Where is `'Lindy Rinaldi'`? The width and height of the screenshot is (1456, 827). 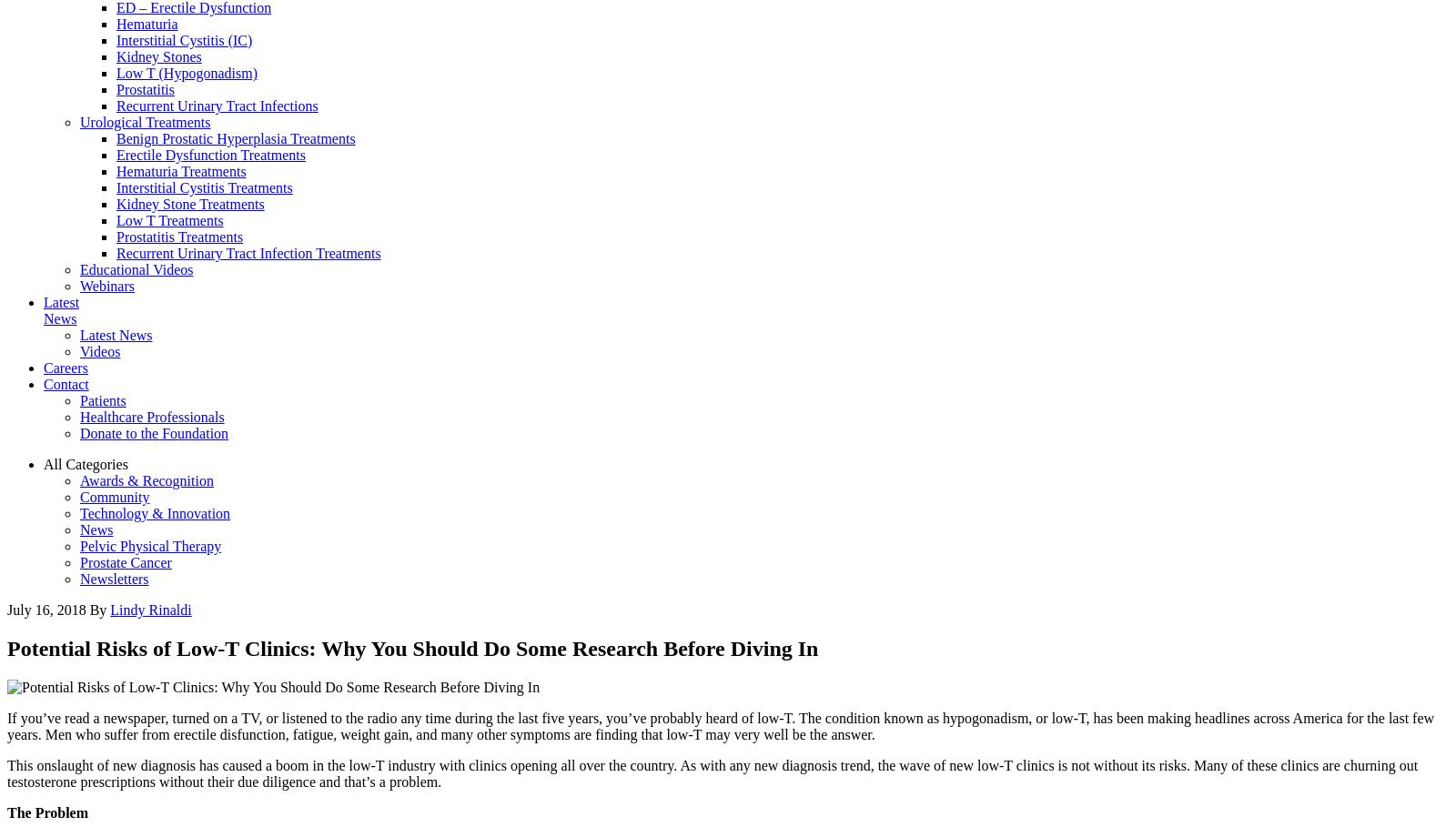 'Lindy Rinaldi' is located at coordinates (108, 610).